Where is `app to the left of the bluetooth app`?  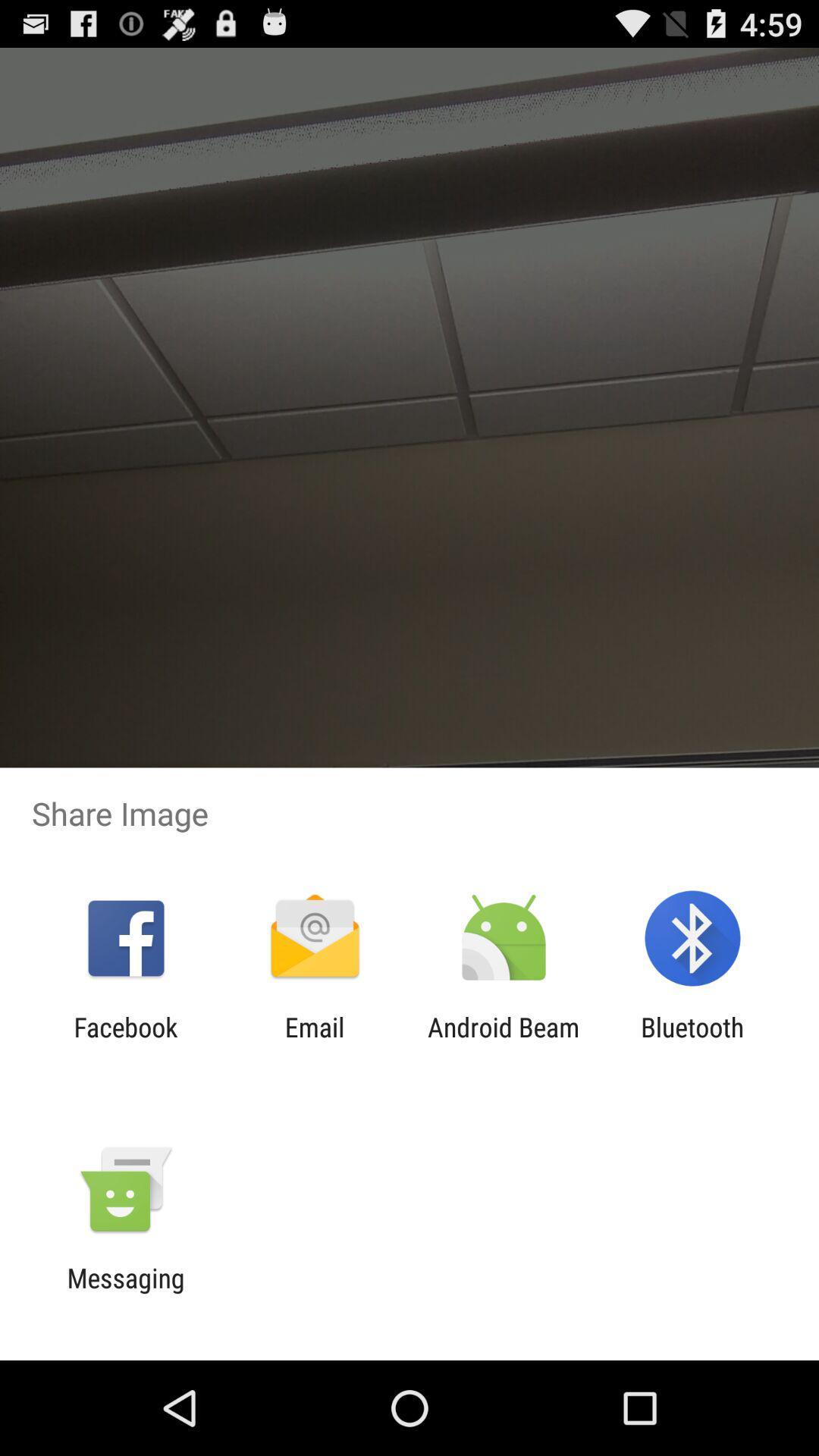
app to the left of the bluetooth app is located at coordinates (504, 1042).